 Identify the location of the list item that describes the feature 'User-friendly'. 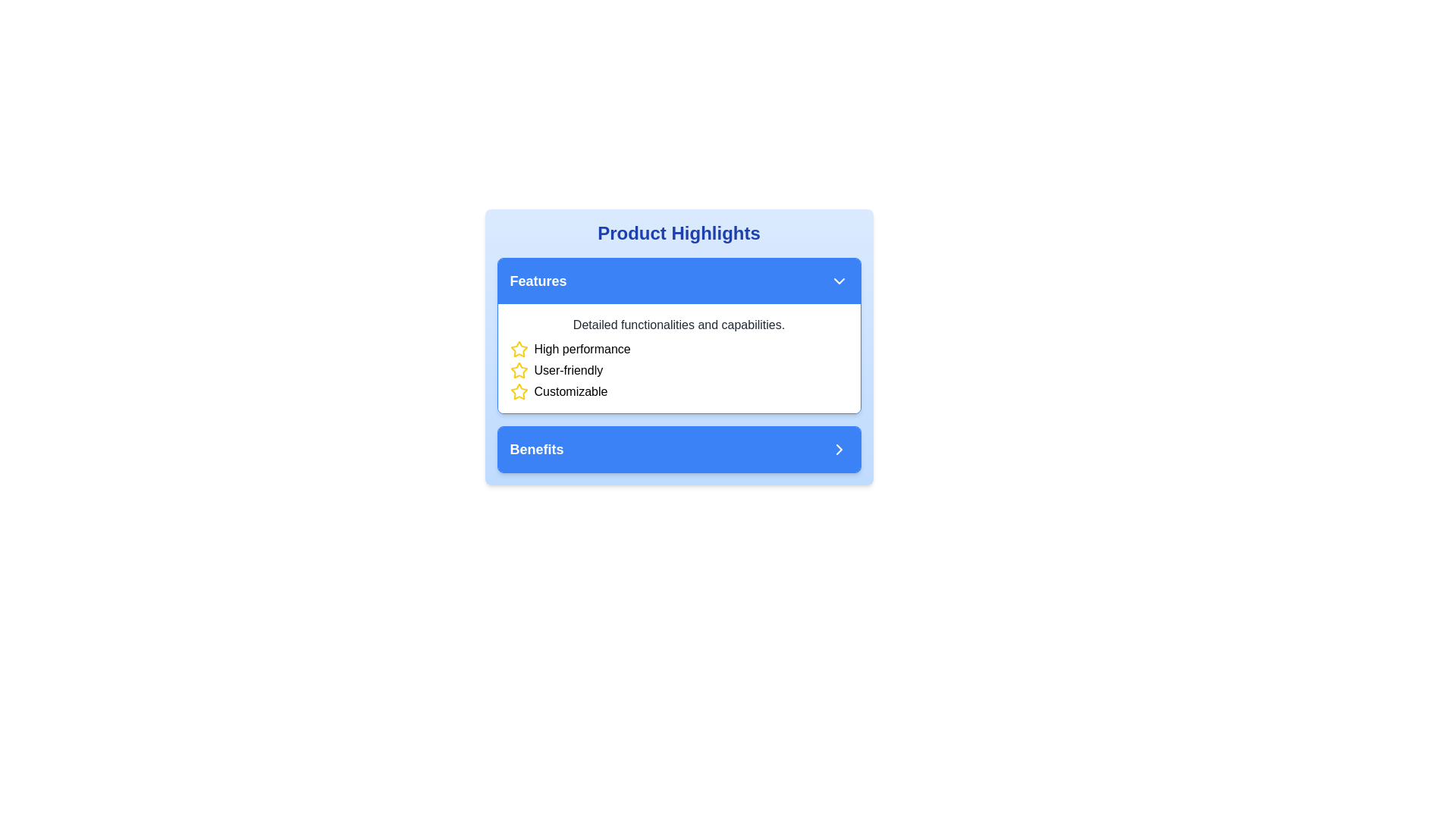
(678, 371).